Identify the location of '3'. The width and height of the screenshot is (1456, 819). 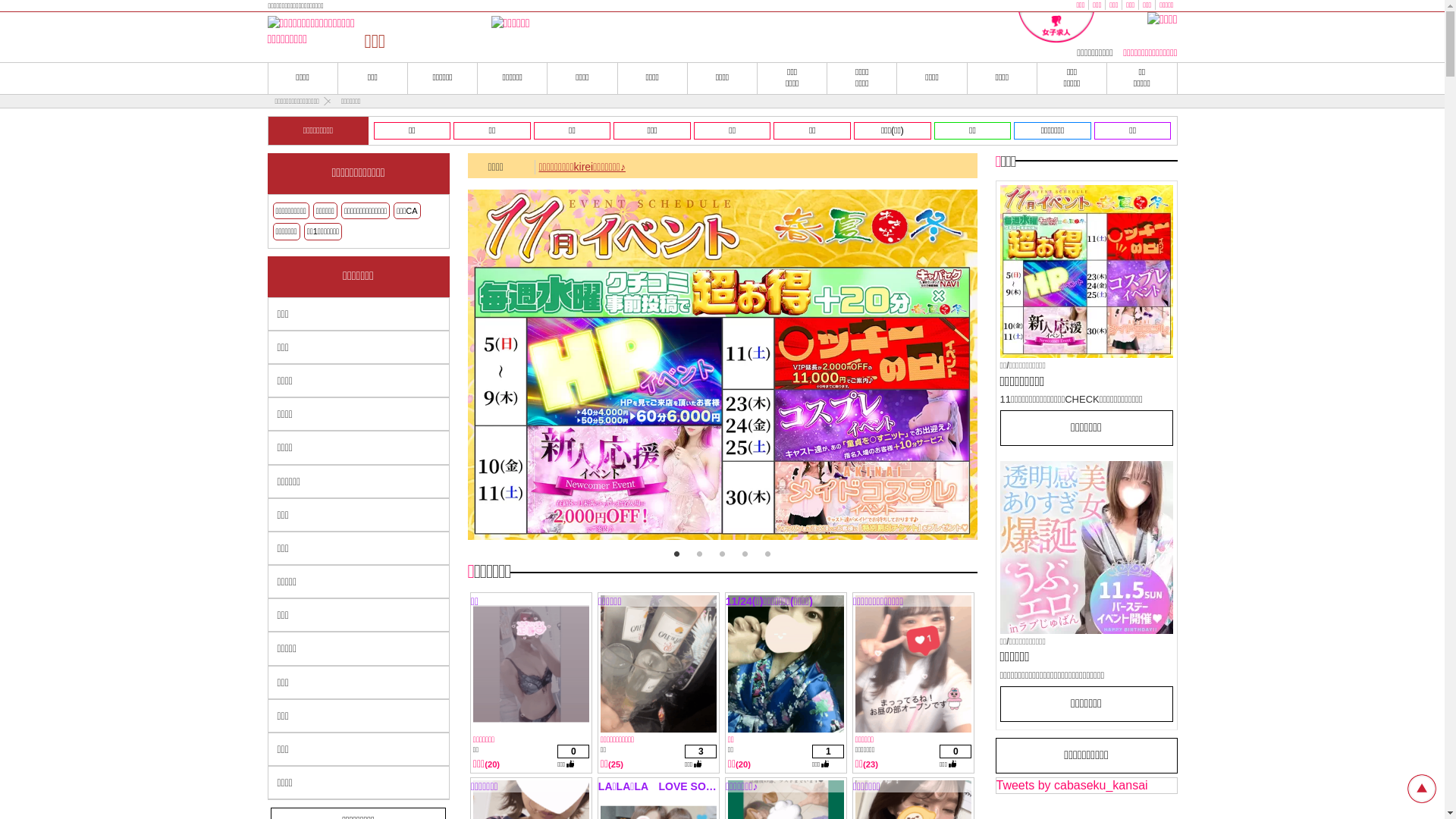
(720, 554).